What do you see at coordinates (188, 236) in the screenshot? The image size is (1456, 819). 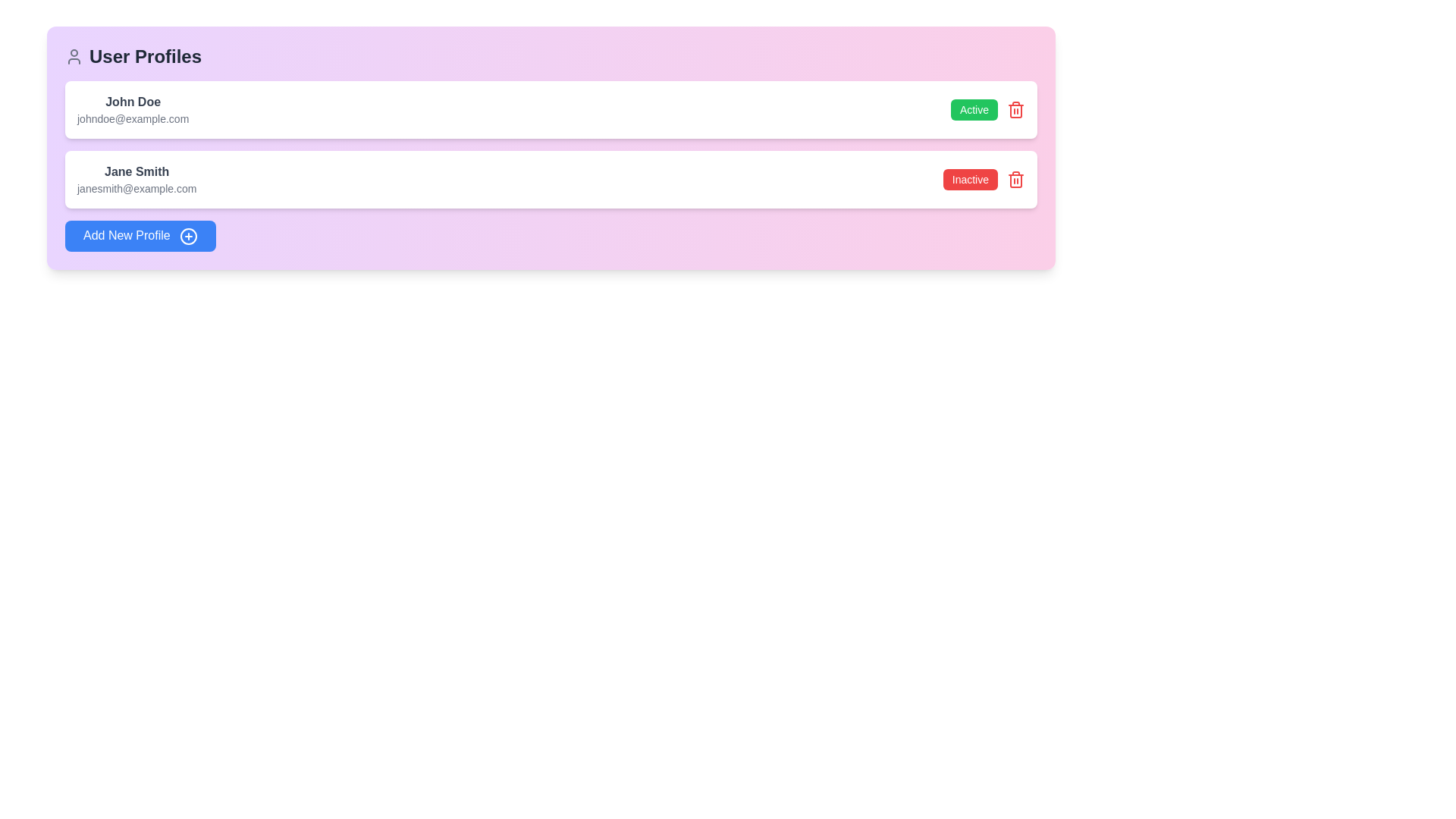 I see `the circular icon with a blue outline and white interior, which is part of the interactive button area next to the 'Add New Profile' button` at bounding box center [188, 236].